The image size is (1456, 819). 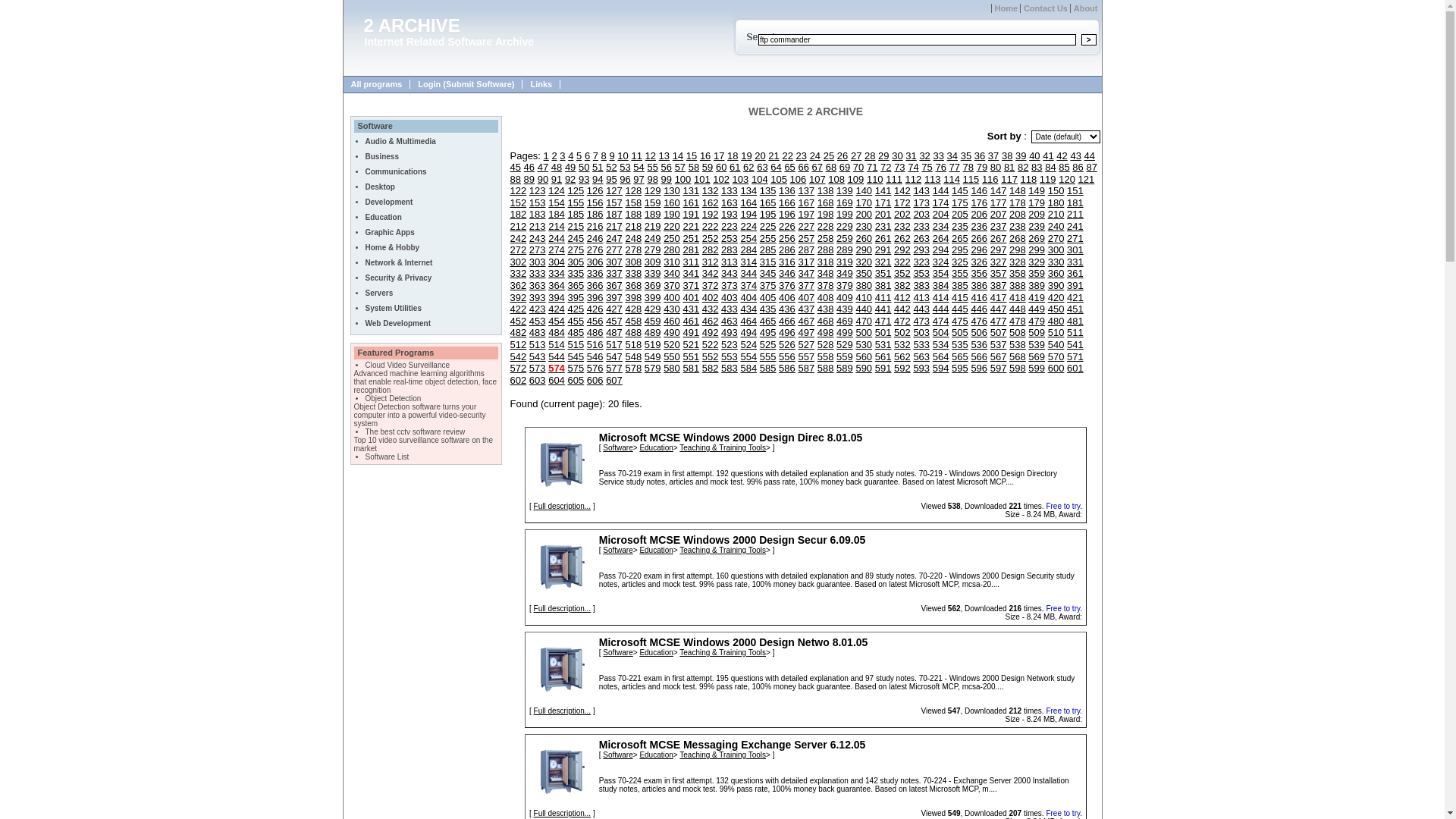 I want to click on '360', so click(x=1055, y=273).